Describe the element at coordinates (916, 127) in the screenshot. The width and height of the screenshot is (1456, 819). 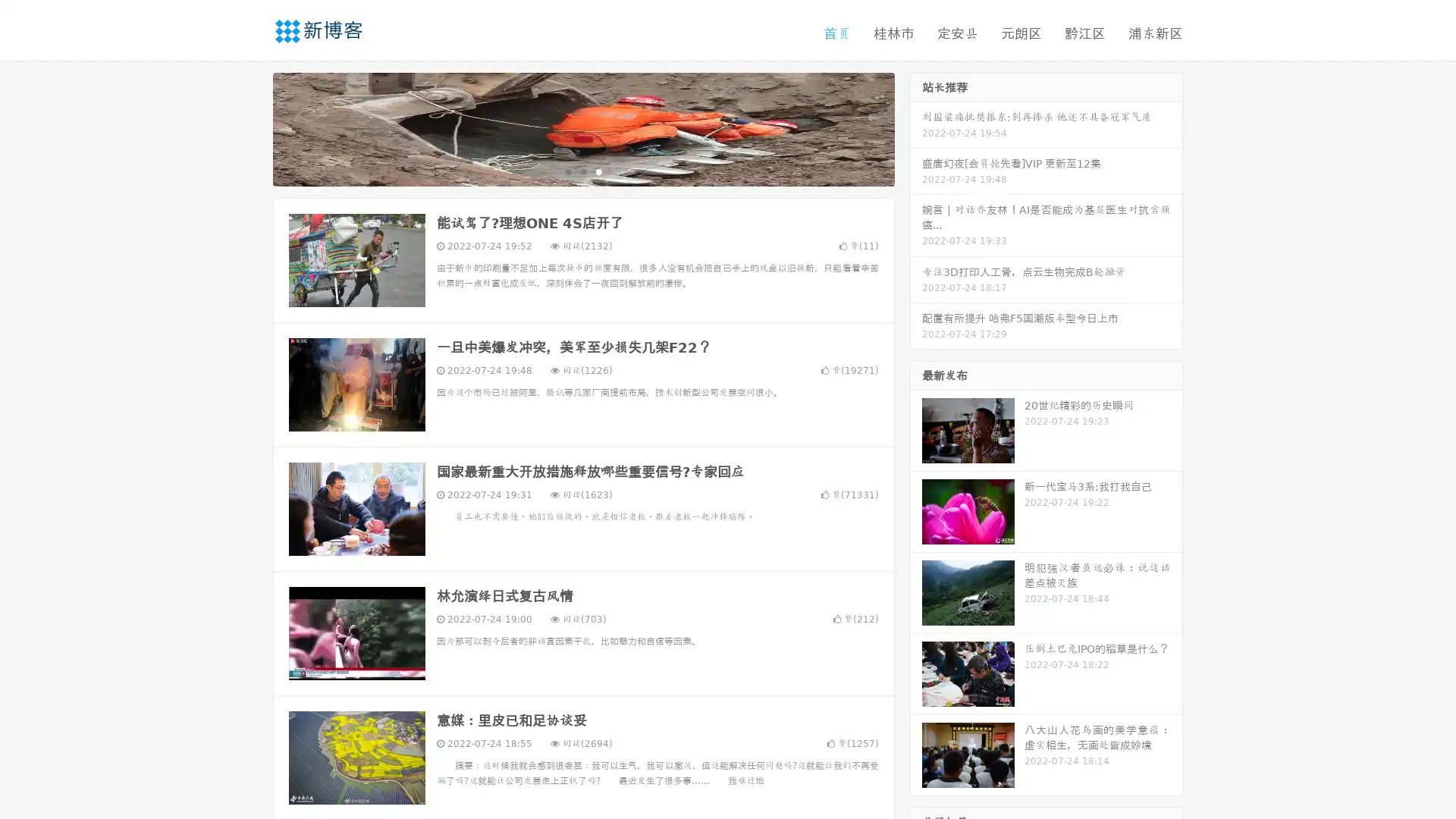
I see `Next slide` at that location.